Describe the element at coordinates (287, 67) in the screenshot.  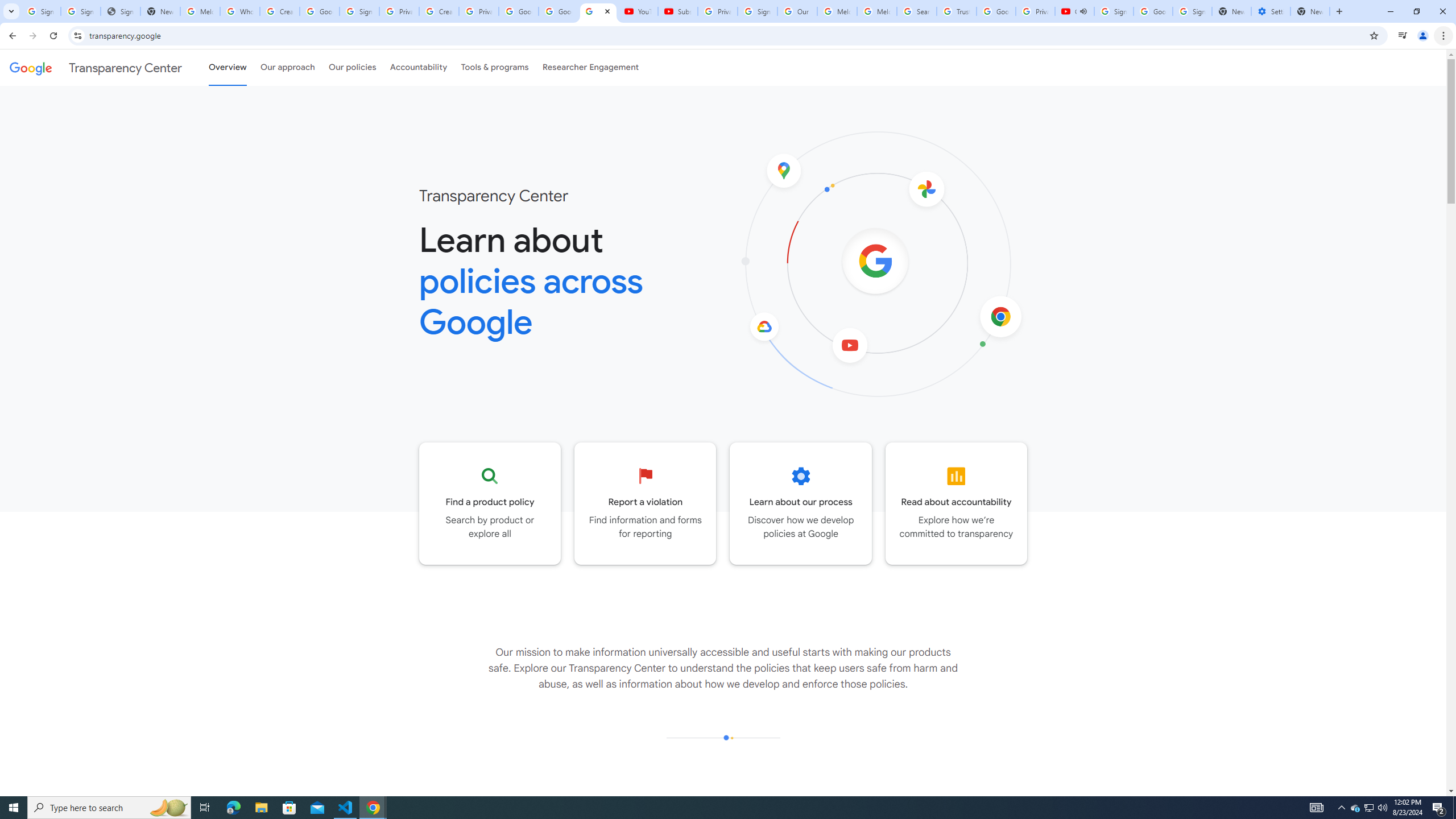
I see `'Our approach'` at that location.